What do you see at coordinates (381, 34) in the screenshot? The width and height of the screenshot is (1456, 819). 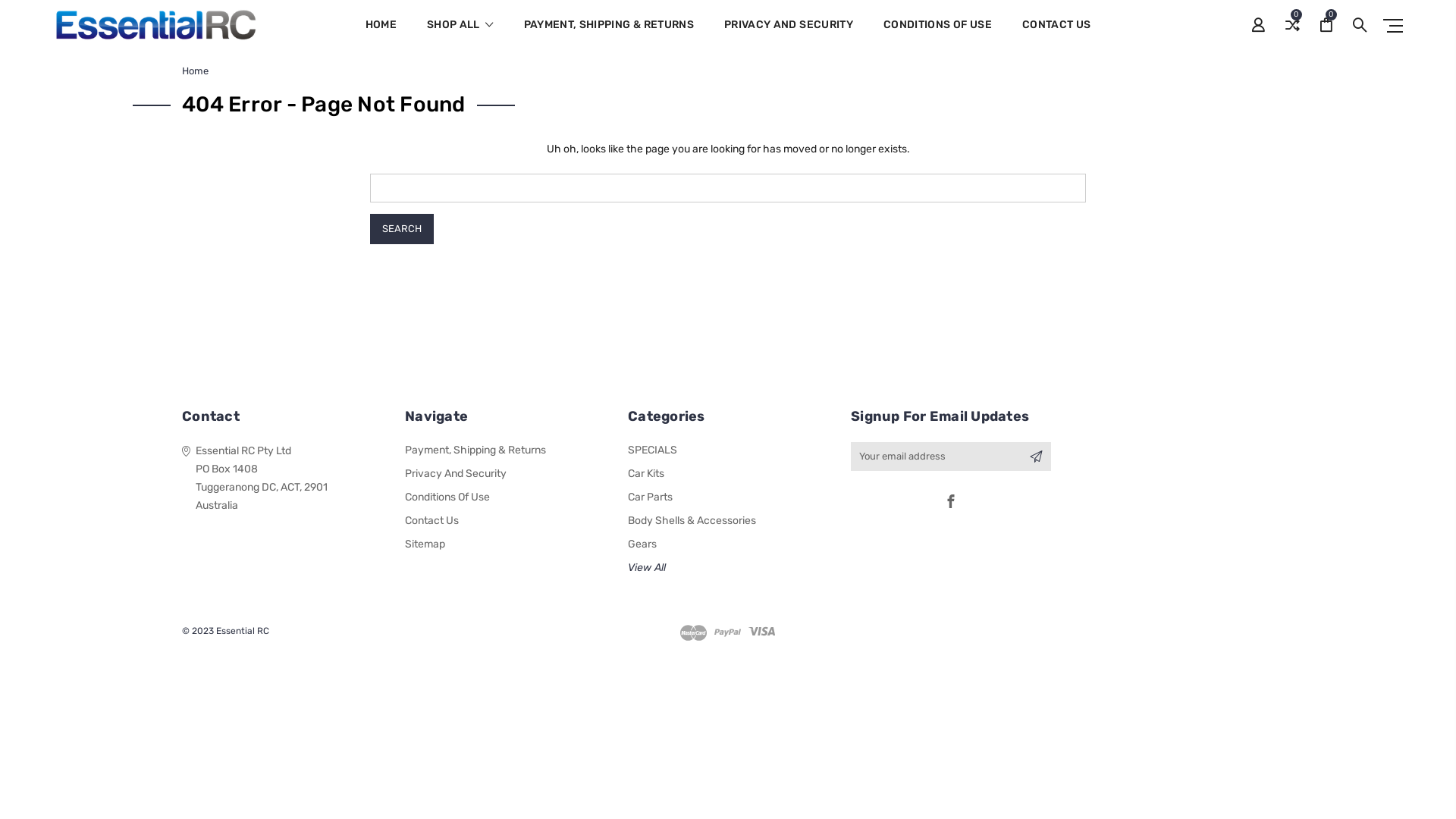 I see `'HOME'` at bounding box center [381, 34].